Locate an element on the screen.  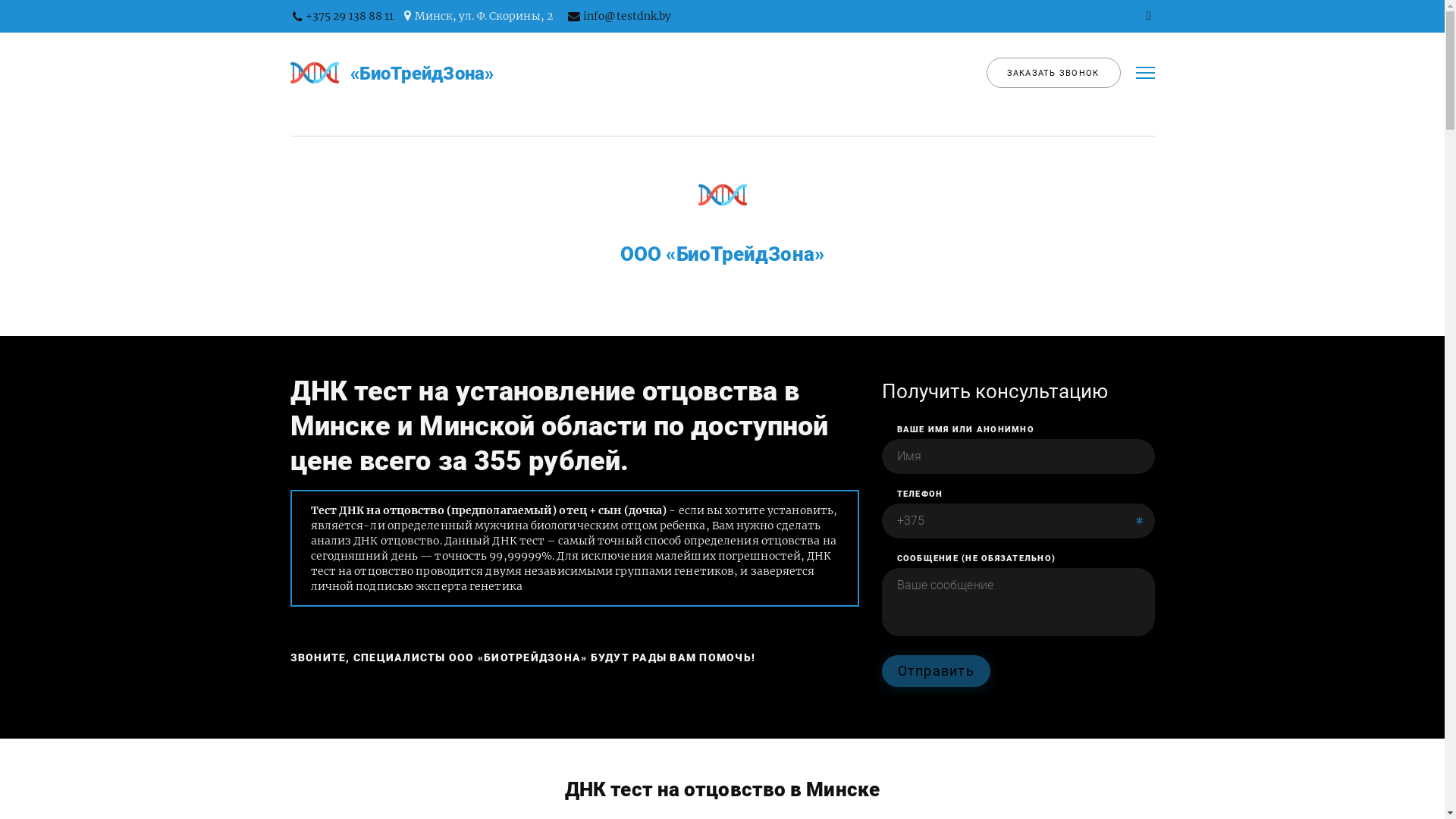
'+375 29 138 88 11' is located at coordinates (349, 15).